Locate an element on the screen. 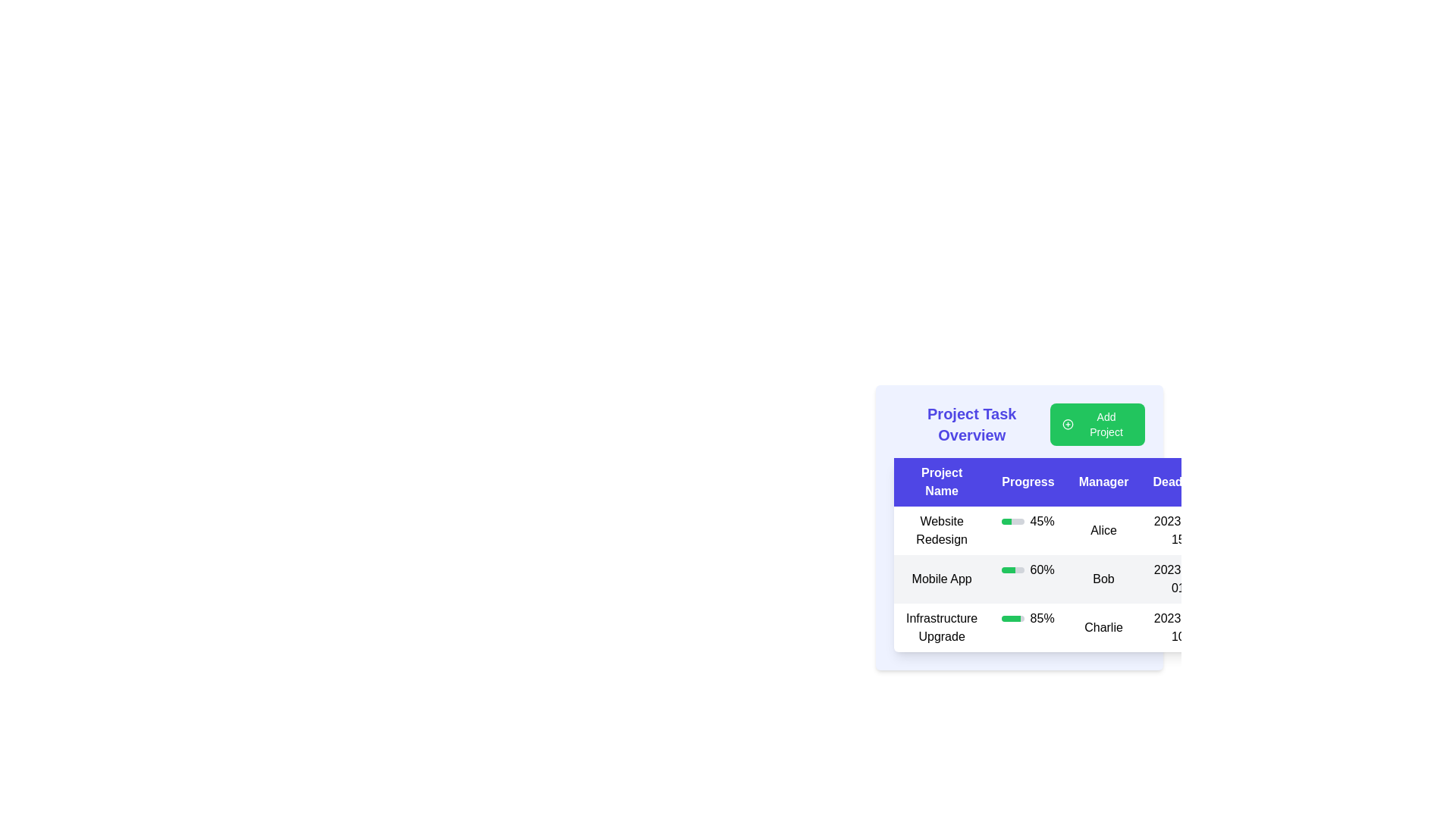 This screenshot has height=819, width=1456. the text label displaying the name 'Charlie' in the 'Manager' column of the tabular structure for the 'Infrastructure Upgrade' project is located at coordinates (1103, 628).